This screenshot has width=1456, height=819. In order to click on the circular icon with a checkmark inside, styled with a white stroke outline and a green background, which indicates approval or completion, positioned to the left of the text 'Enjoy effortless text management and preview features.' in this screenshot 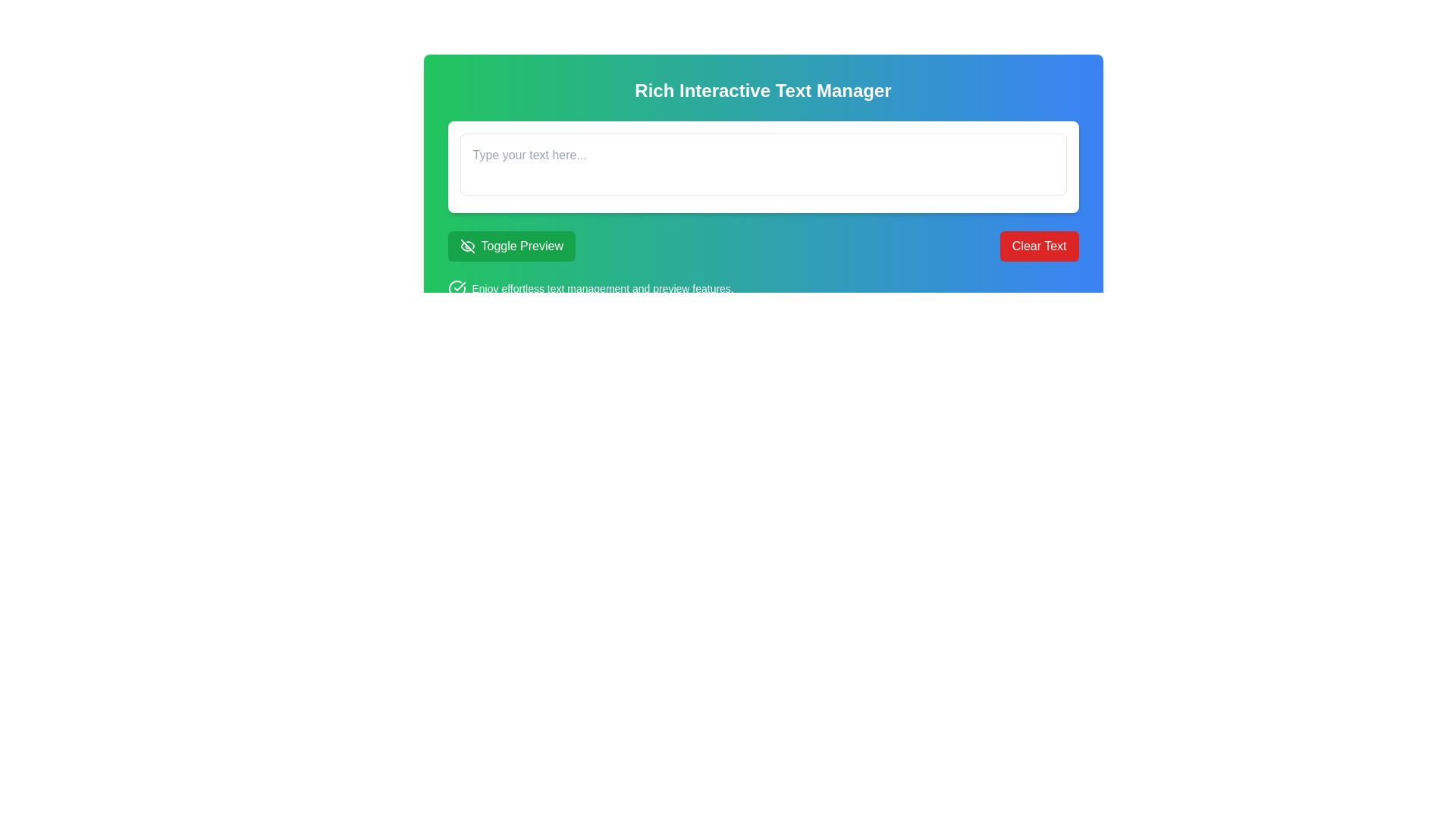, I will do `click(456, 289)`.